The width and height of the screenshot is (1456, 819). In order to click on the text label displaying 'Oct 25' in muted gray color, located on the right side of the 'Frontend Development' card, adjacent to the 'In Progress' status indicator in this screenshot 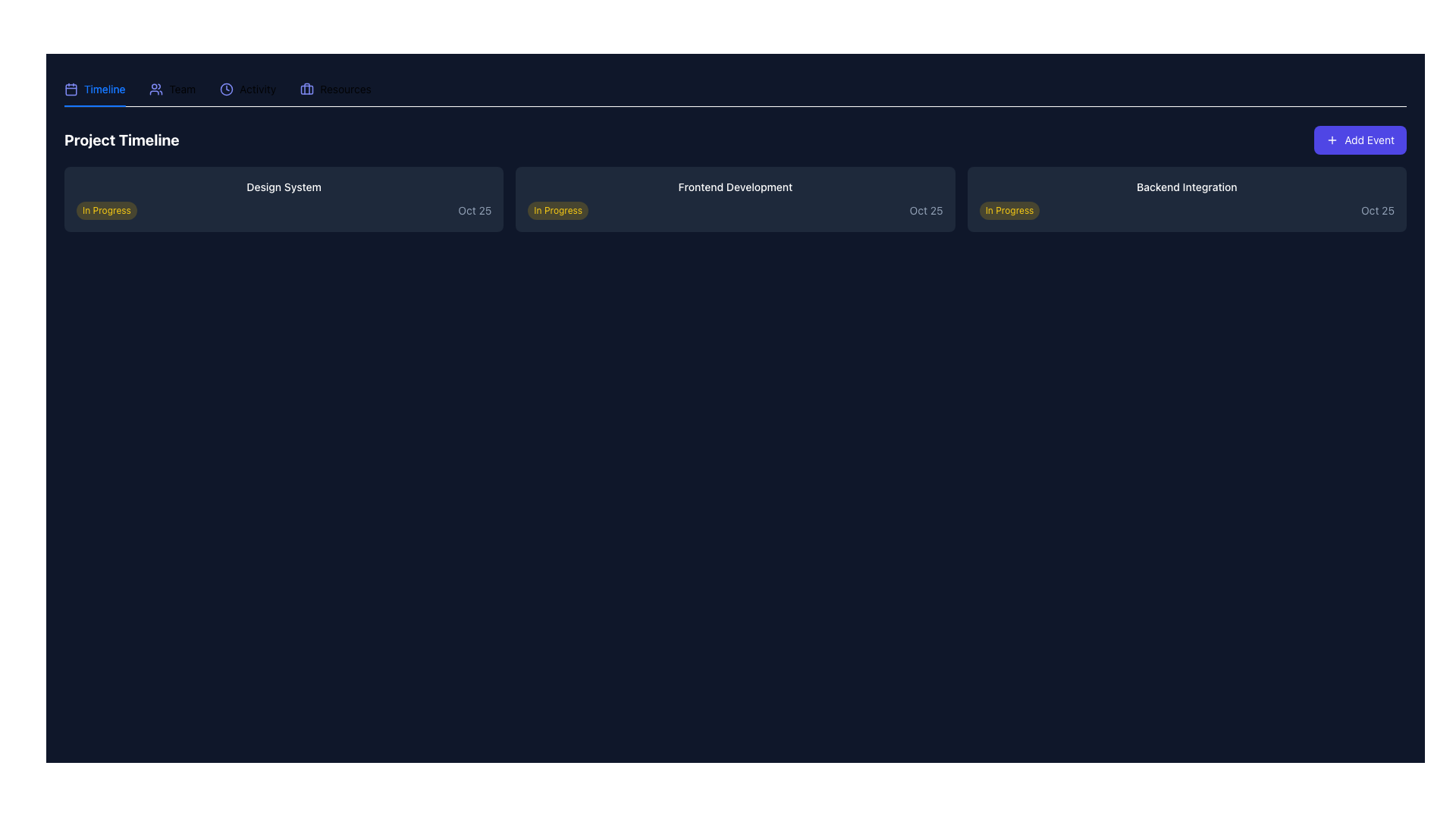, I will do `click(925, 210)`.